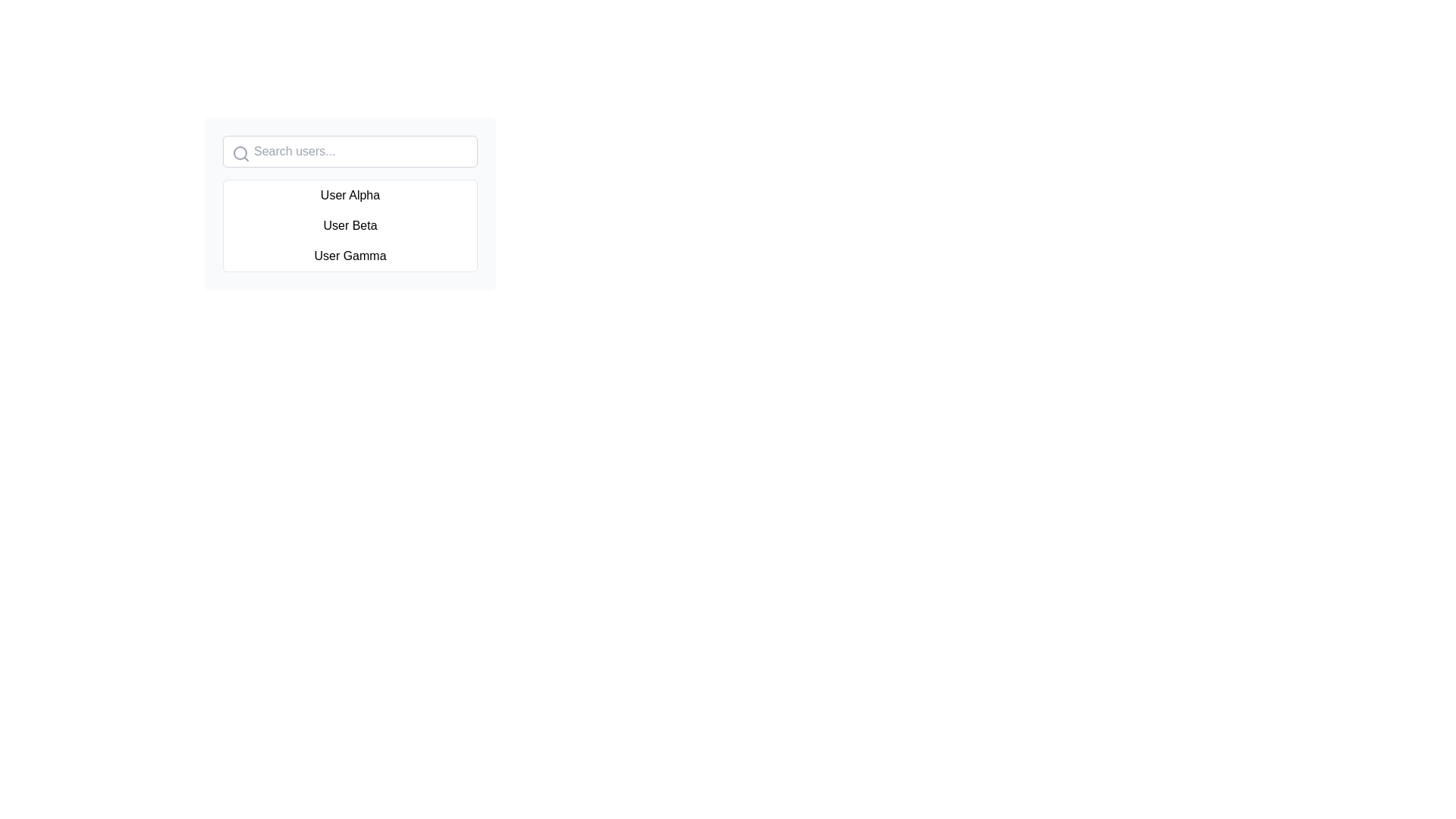  I want to click on the second selectable list item in the user options, which is positioned between 'User Alpha' and 'User Gamma', so click(349, 225).